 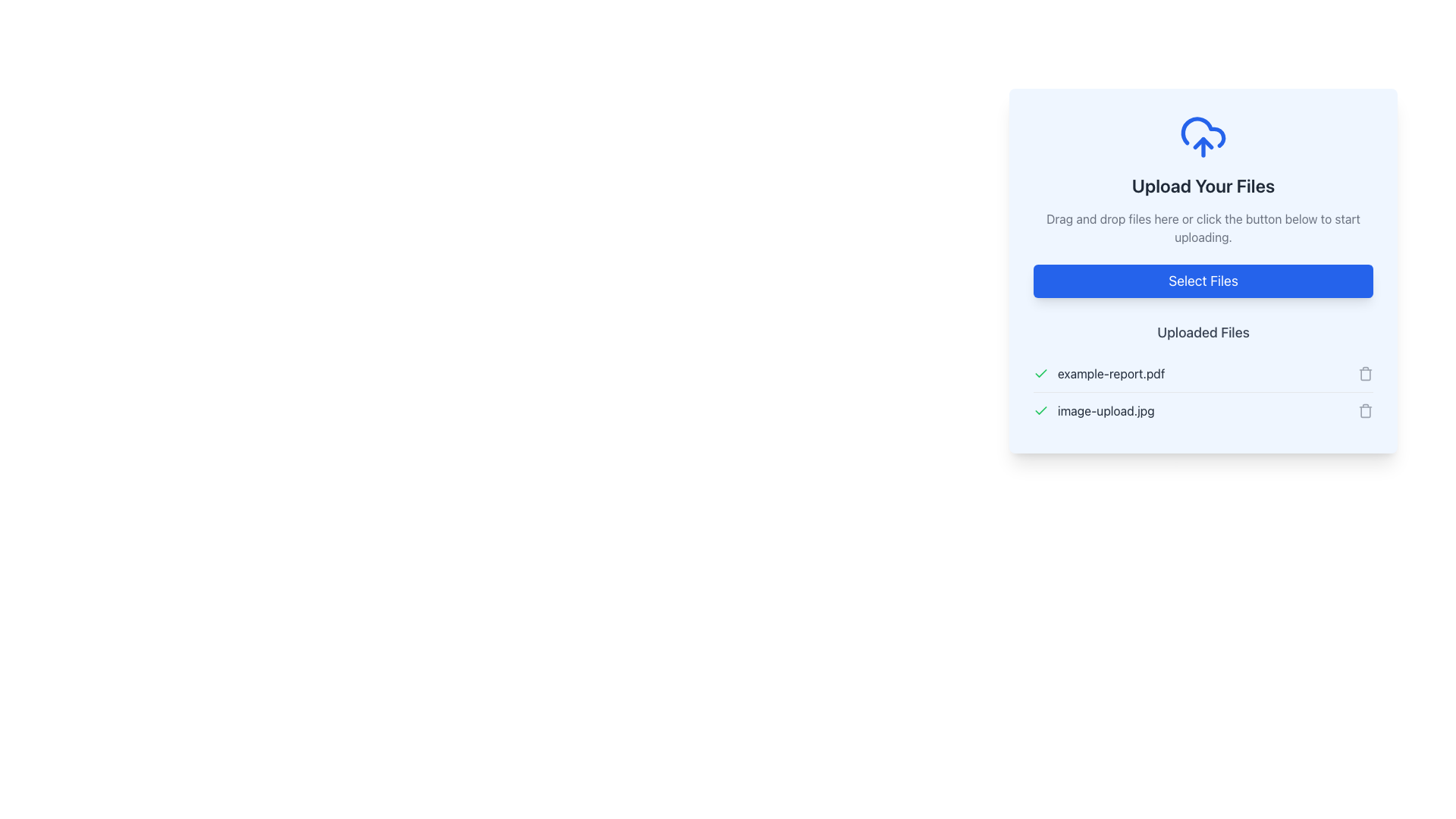 I want to click on the text label displaying the file name 'image-upload.jpg', which is aligned horizontally with a green checkmark icon, indicating file upload success, so click(x=1106, y=411).